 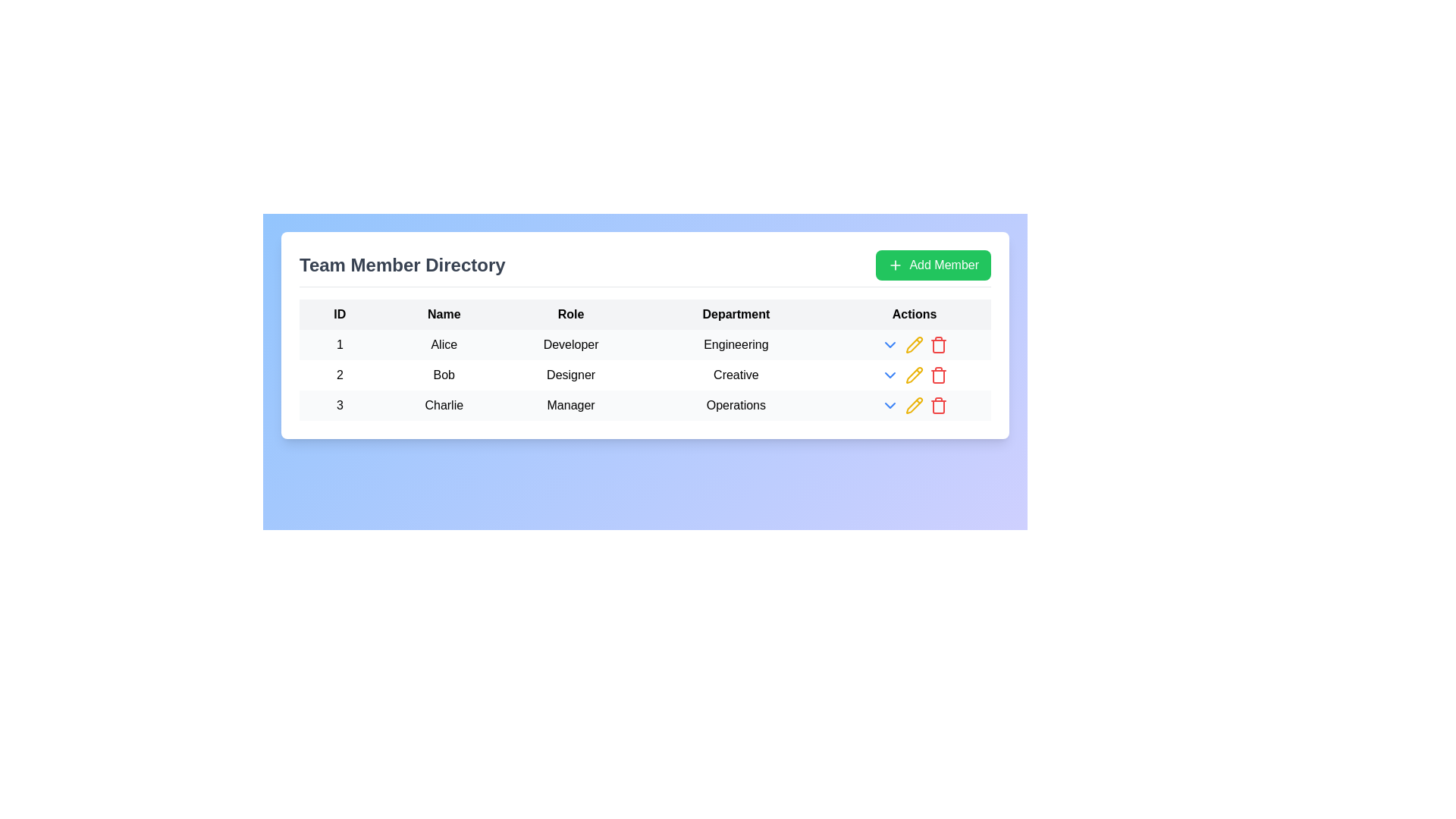 I want to click on the second row in the table displaying information about 'Bob', so click(x=645, y=375).